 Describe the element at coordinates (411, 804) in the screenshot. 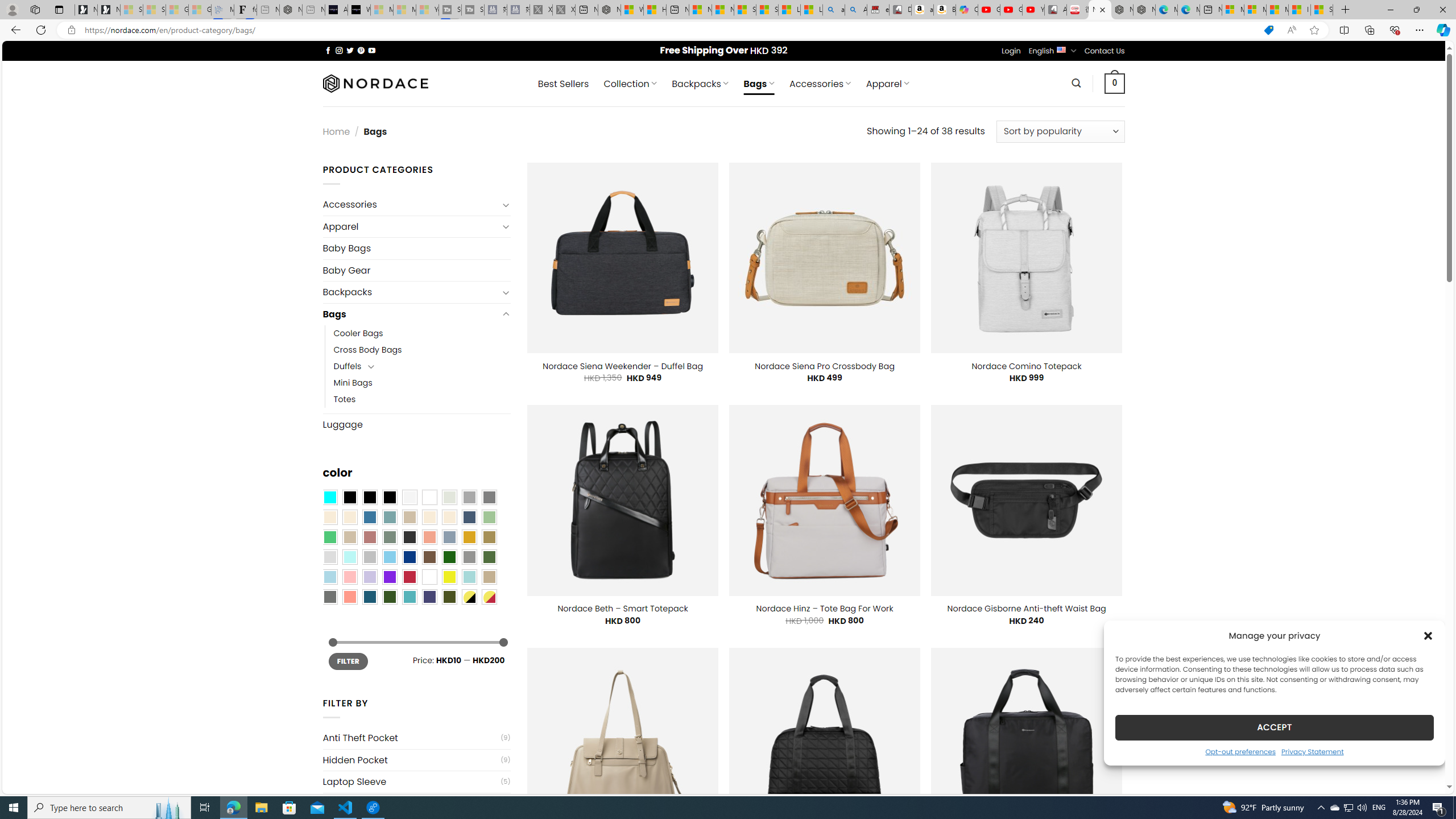

I see `'USB Charging Port'` at that location.